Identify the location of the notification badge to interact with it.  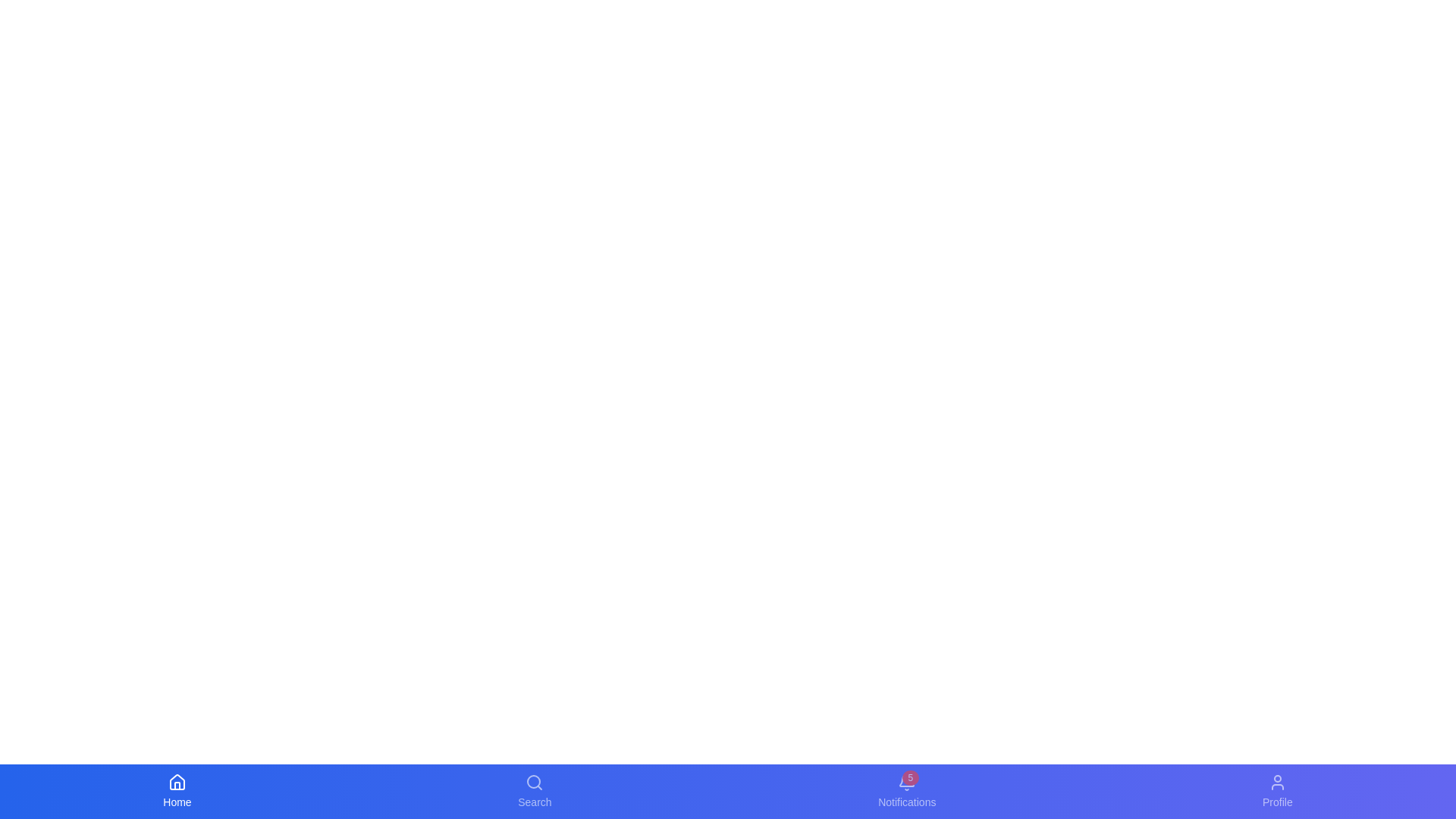
(910, 778).